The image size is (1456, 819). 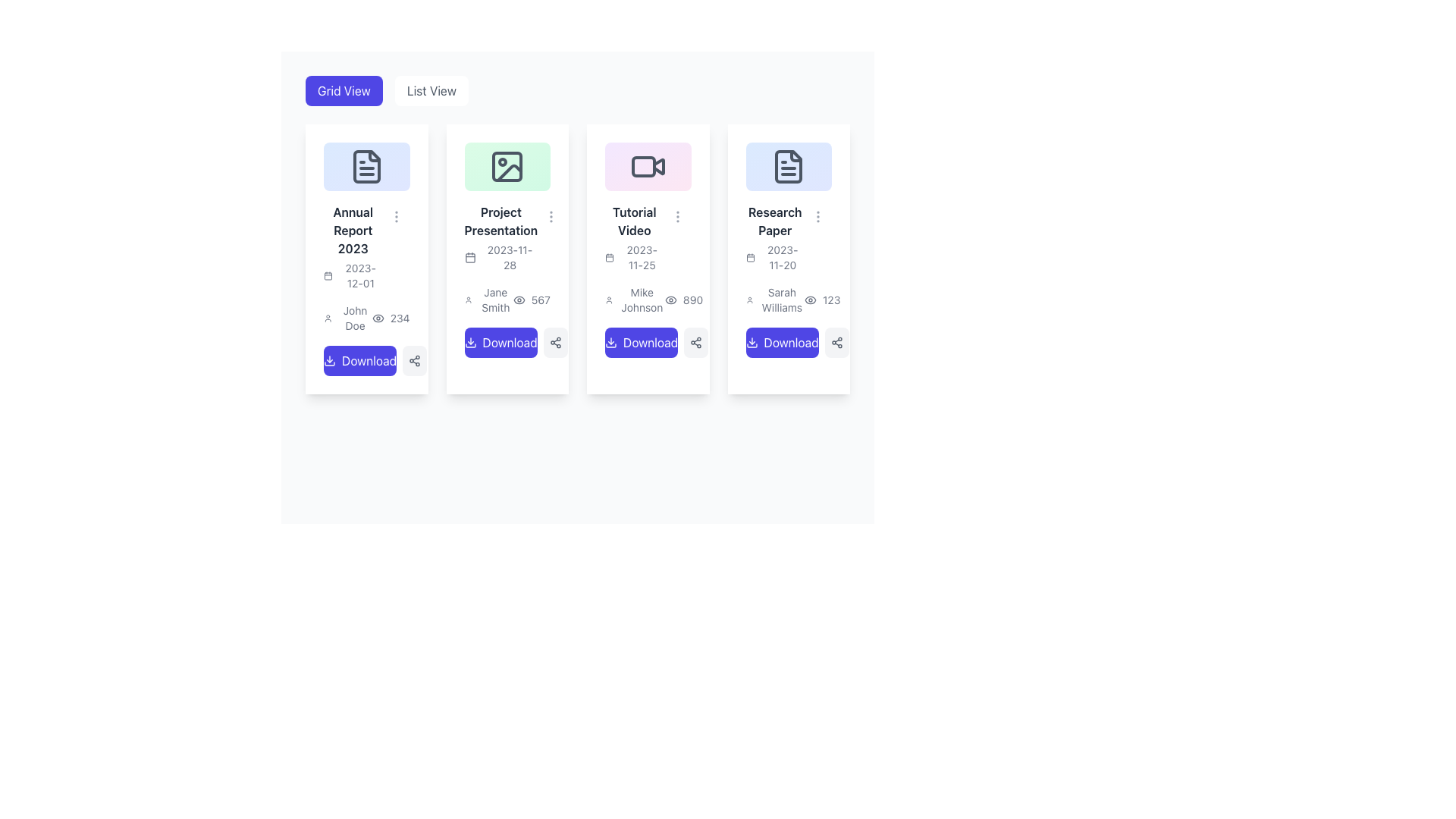 What do you see at coordinates (609, 300) in the screenshot?
I see `SVG icon representing a user, which is located to the left of the text 'Mike Johnson' within the 'Tutorial Video' card` at bounding box center [609, 300].